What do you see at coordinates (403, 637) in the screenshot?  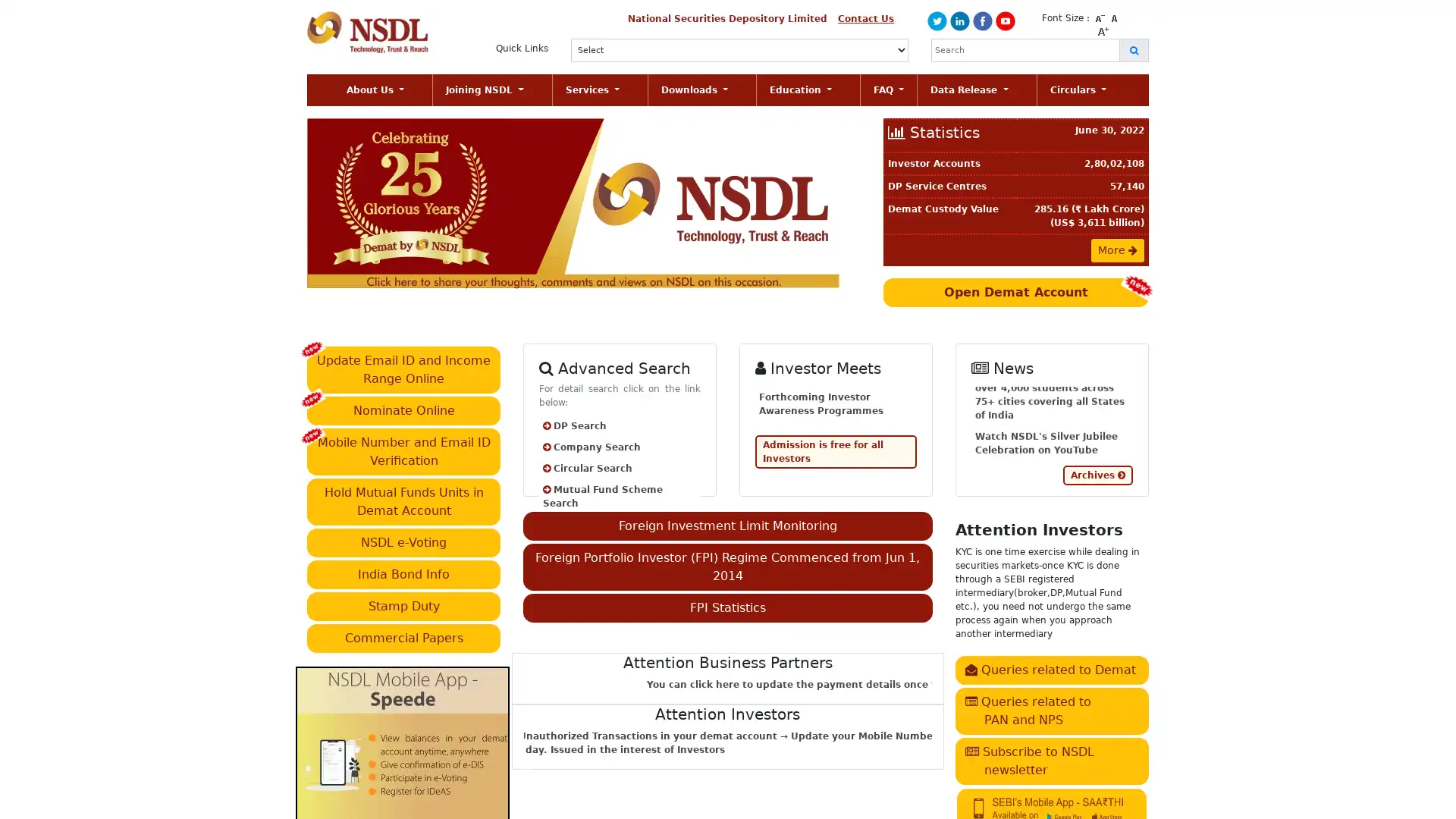 I see `Commercial Papers` at bounding box center [403, 637].